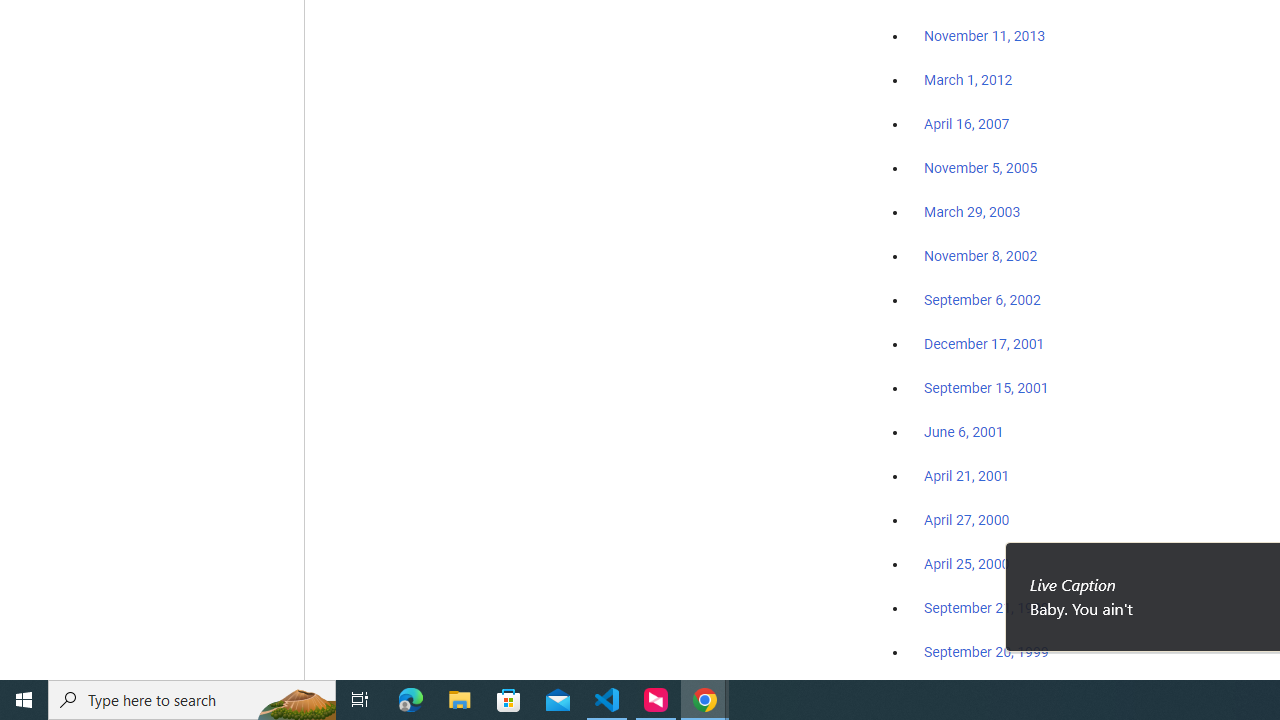  Describe the element at coordinates (963, 431) in the screenshot. I see `'June 6, 2001'` at that location.